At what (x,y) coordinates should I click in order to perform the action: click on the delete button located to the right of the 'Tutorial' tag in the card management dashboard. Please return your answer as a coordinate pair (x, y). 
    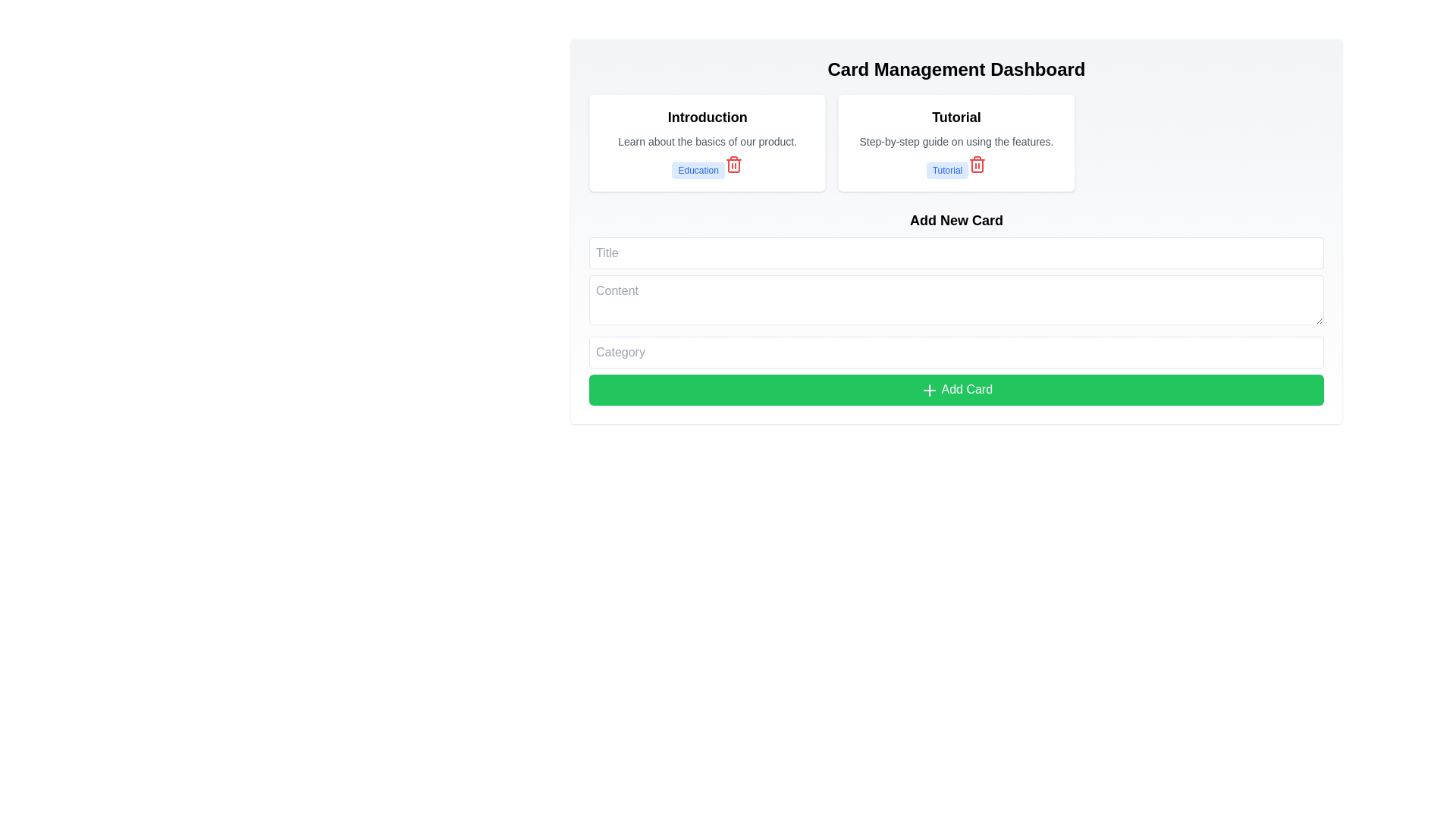
    Looking at the image, I should click on (977, 164).